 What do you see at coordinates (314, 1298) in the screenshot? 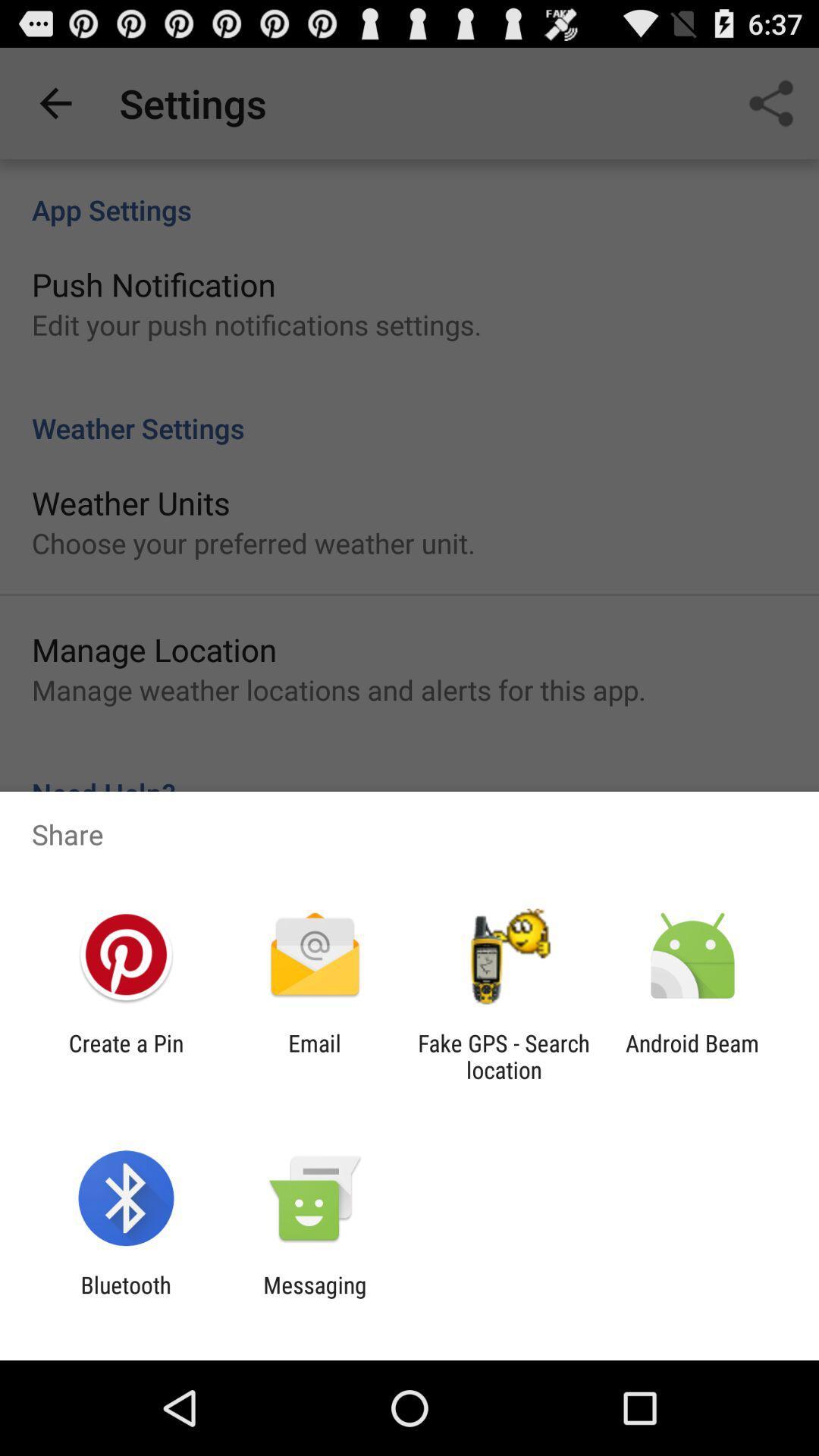
I see `messaging icon` at bounding box center [314, 1298].